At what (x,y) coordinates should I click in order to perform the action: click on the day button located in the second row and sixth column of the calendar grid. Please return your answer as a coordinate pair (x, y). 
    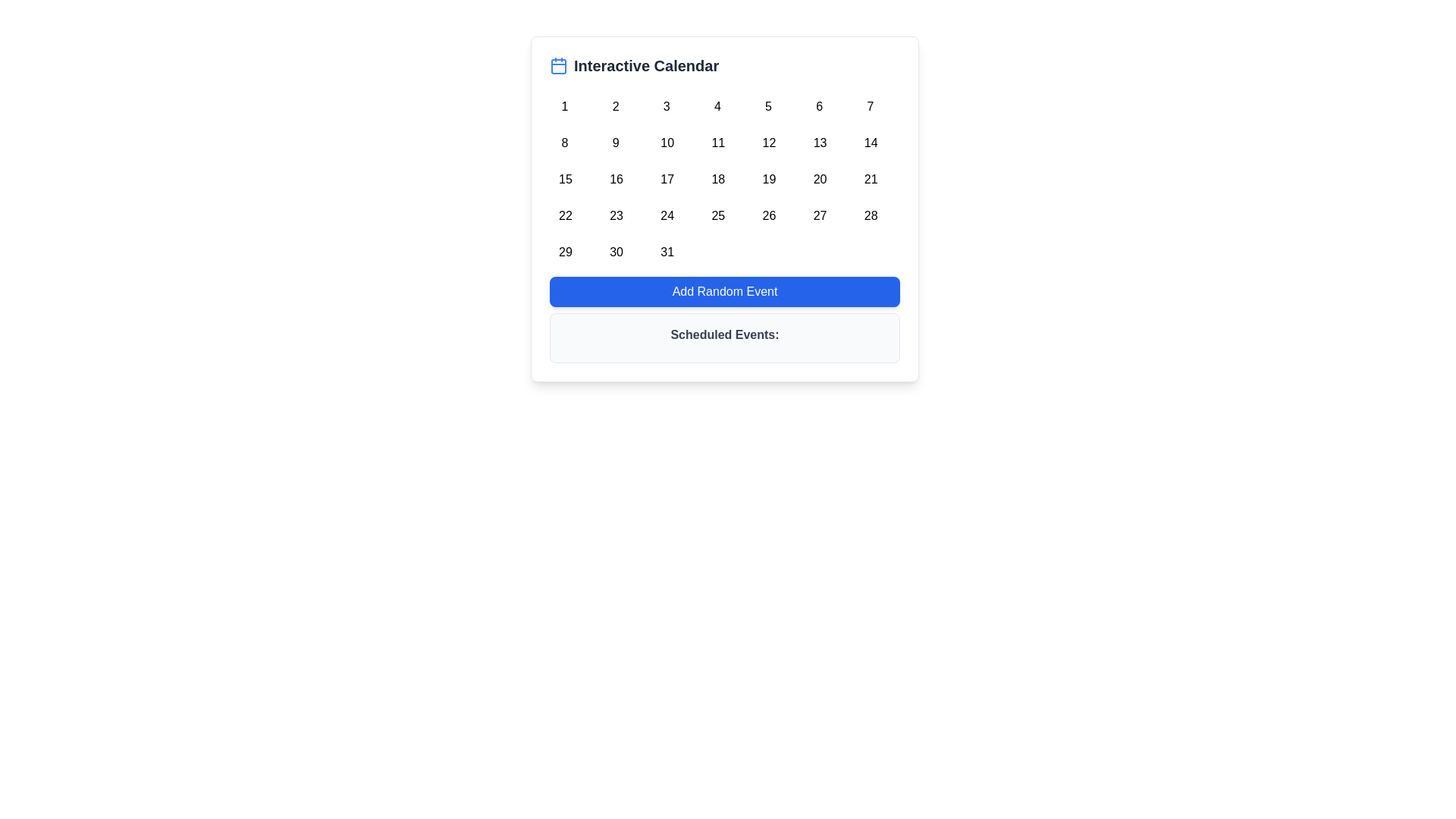
    Looking at the image, I should click on (818, 140).